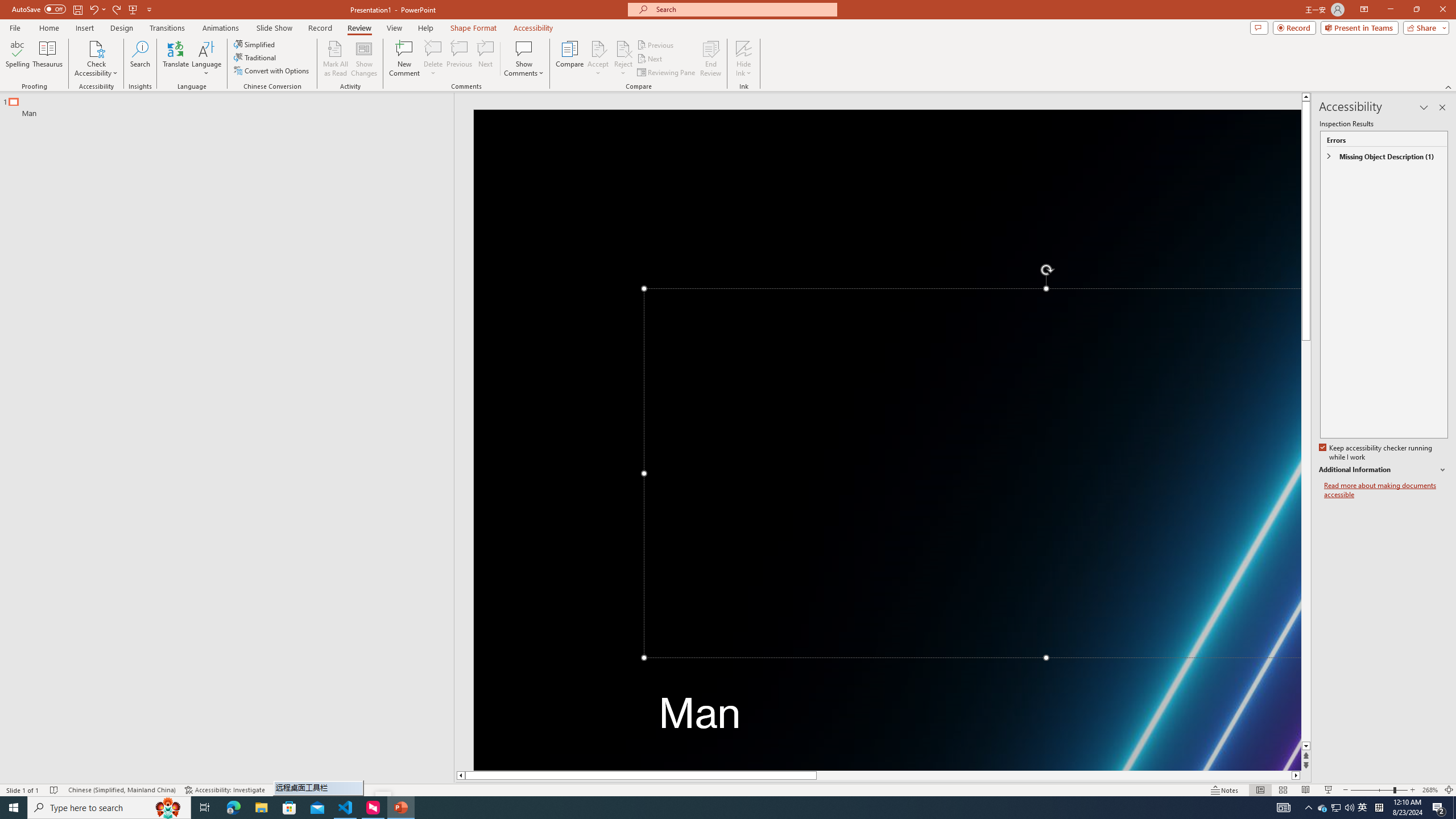 The image size is (1456, 819). What do you see at coordinates (336, 59) in the screenshot?
I see `'Mark All as Read'` at bounding box center [336, 59].